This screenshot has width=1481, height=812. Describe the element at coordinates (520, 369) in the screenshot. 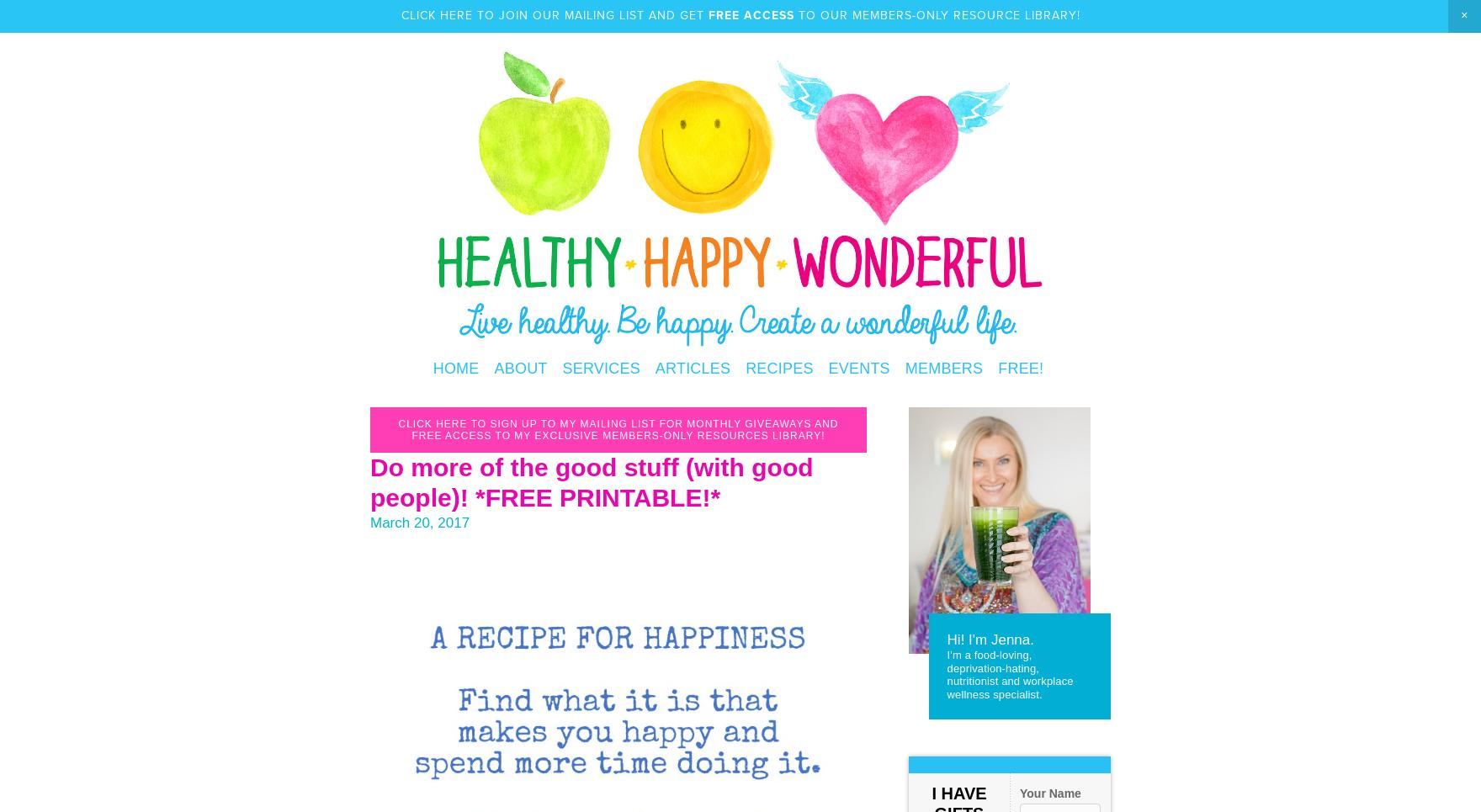

I see `'About'` at that location.